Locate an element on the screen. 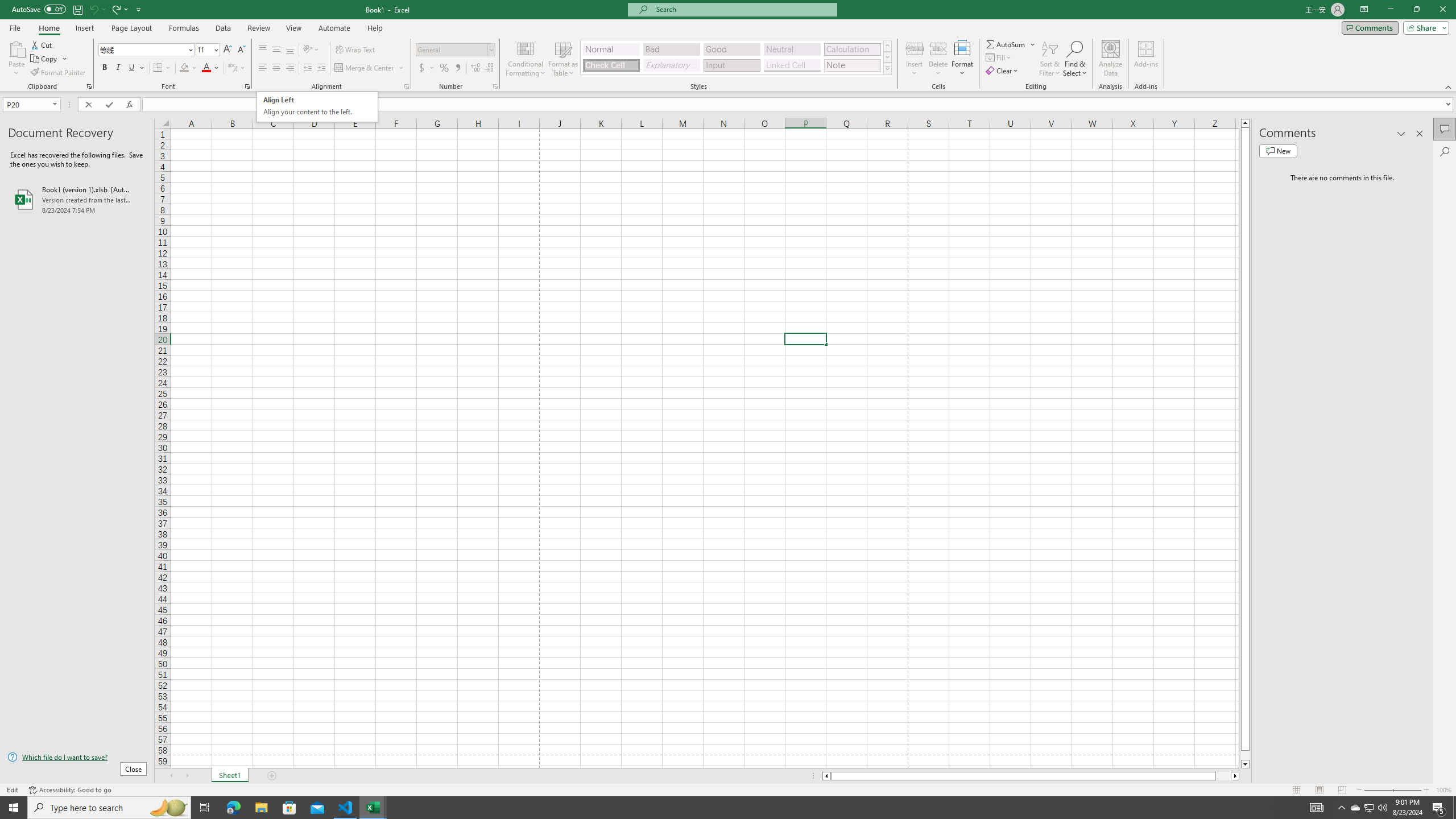 Image resolution: width=1456 pixels, height=819 pixels. 'Merge & Center' is located at coordinates (369, 67).